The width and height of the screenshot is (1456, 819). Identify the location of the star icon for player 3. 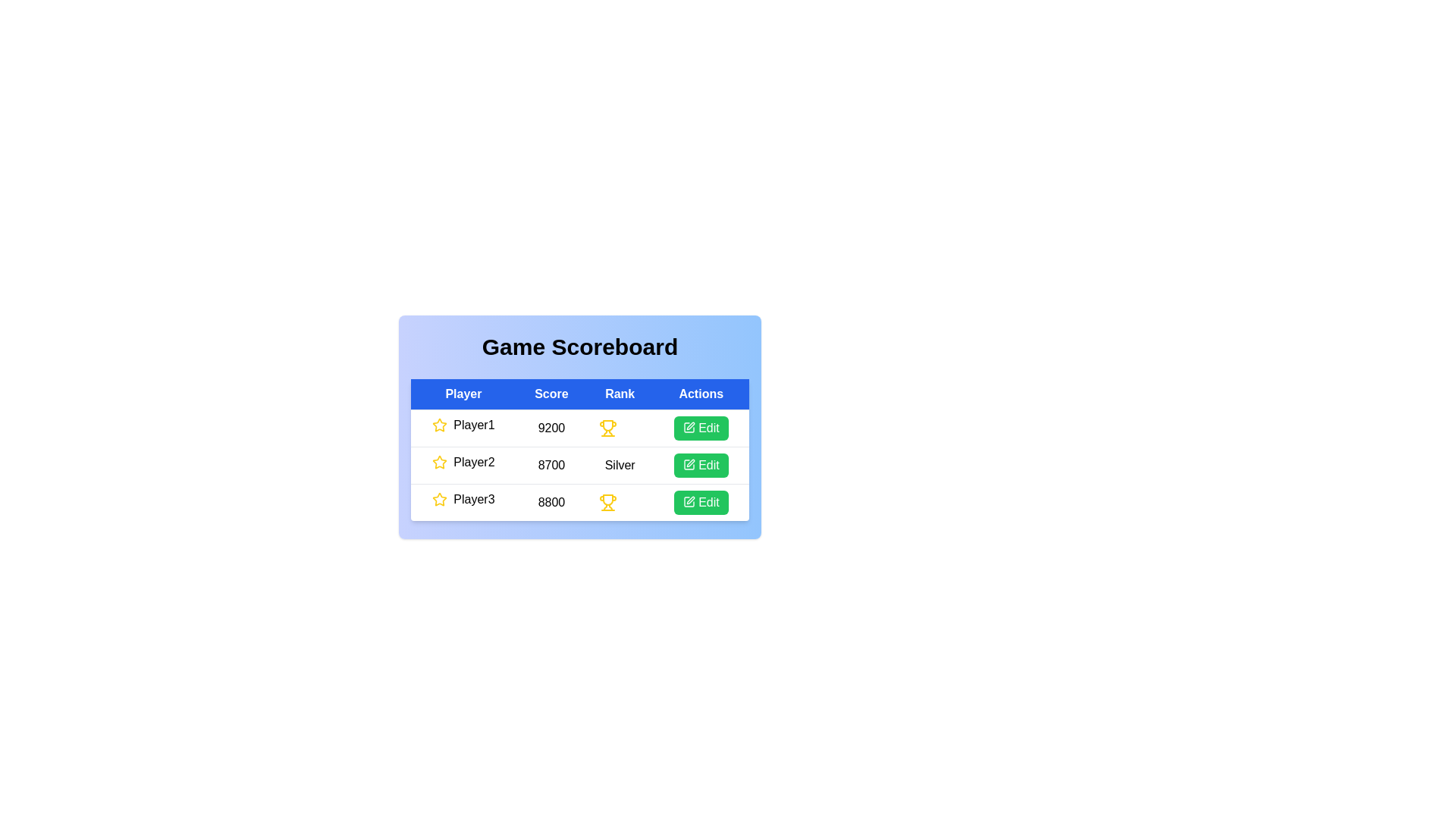
(439, 500).